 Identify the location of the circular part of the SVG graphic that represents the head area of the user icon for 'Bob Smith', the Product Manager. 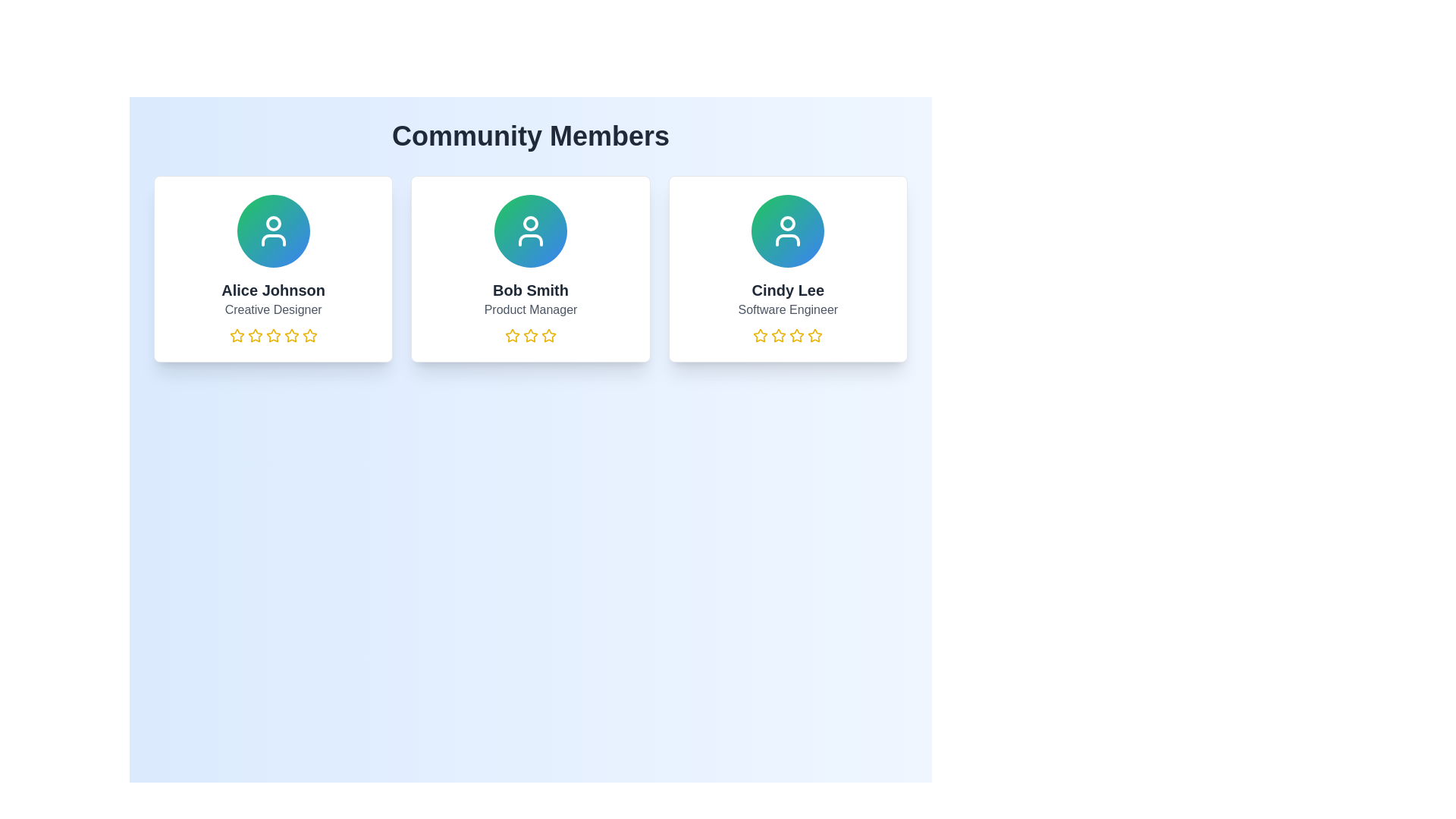
(531, 223).